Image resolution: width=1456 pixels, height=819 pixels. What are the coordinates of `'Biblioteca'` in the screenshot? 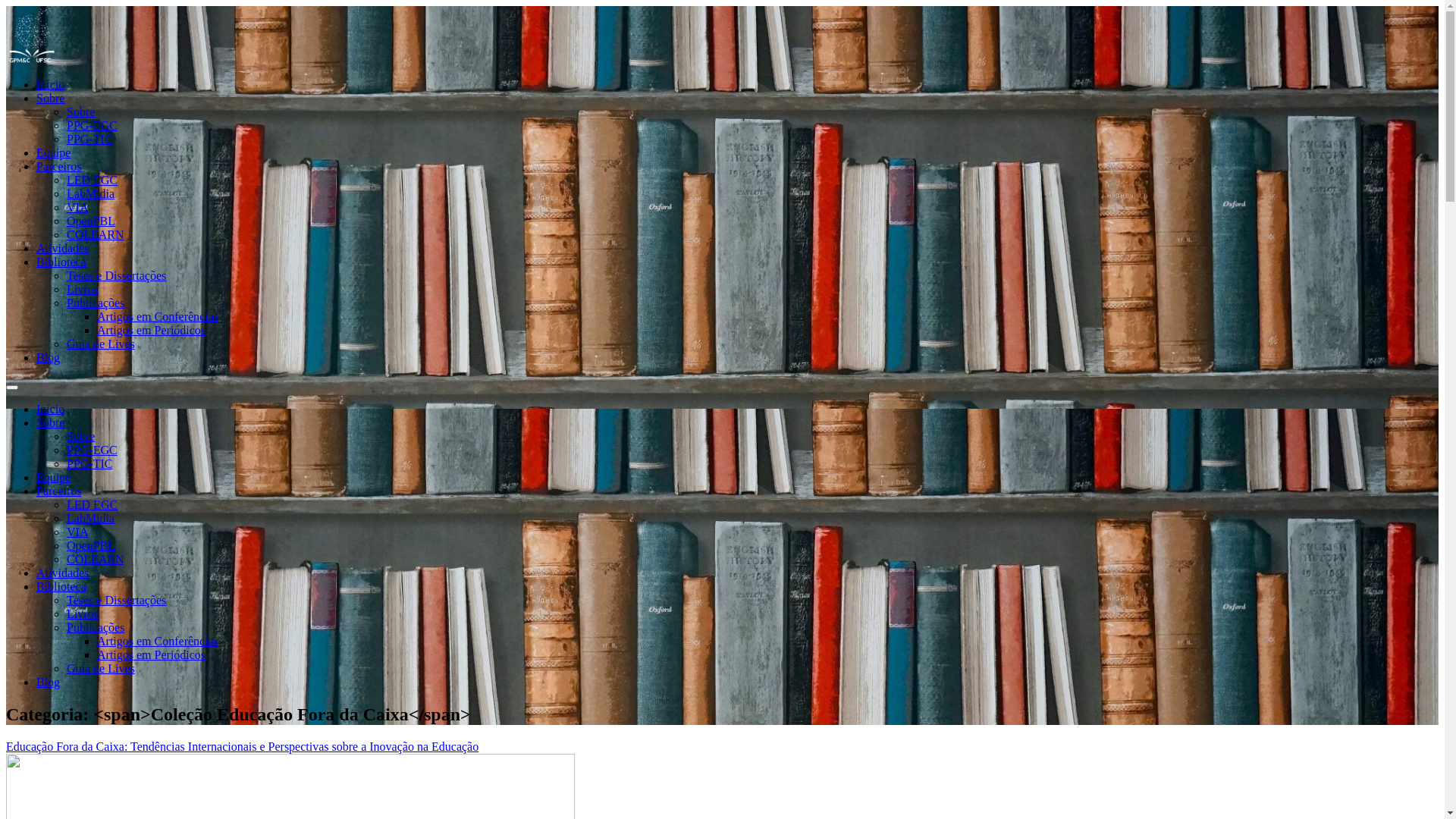 It's located at (61, 261).